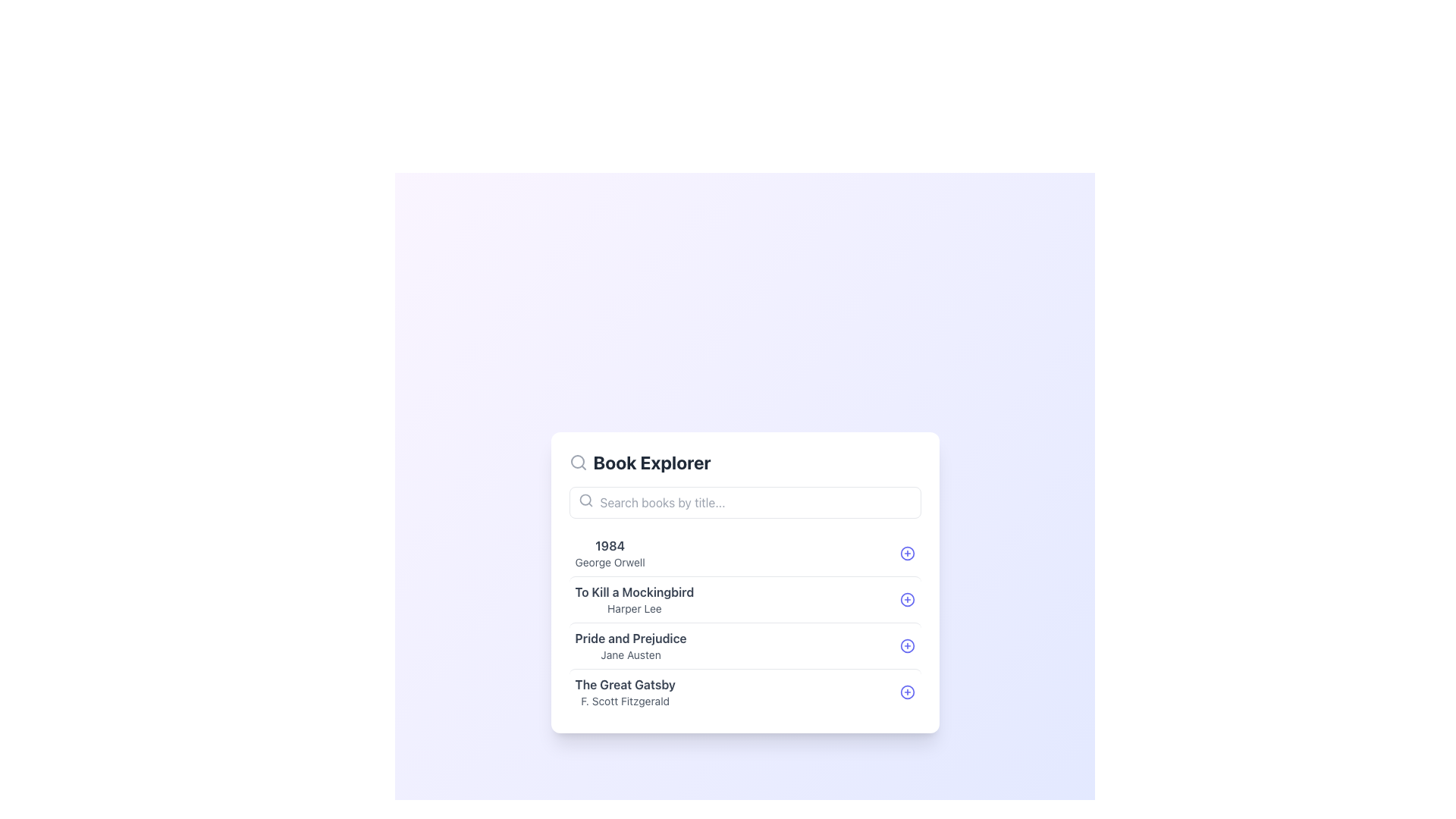 The width and height of the screenshot is (1456, 819). What do you see at coordinates (907, 692) in the screenshot?
I see `the icon button for adding 'The Great Gatsby' to a list` at bounding box center [907, 692].